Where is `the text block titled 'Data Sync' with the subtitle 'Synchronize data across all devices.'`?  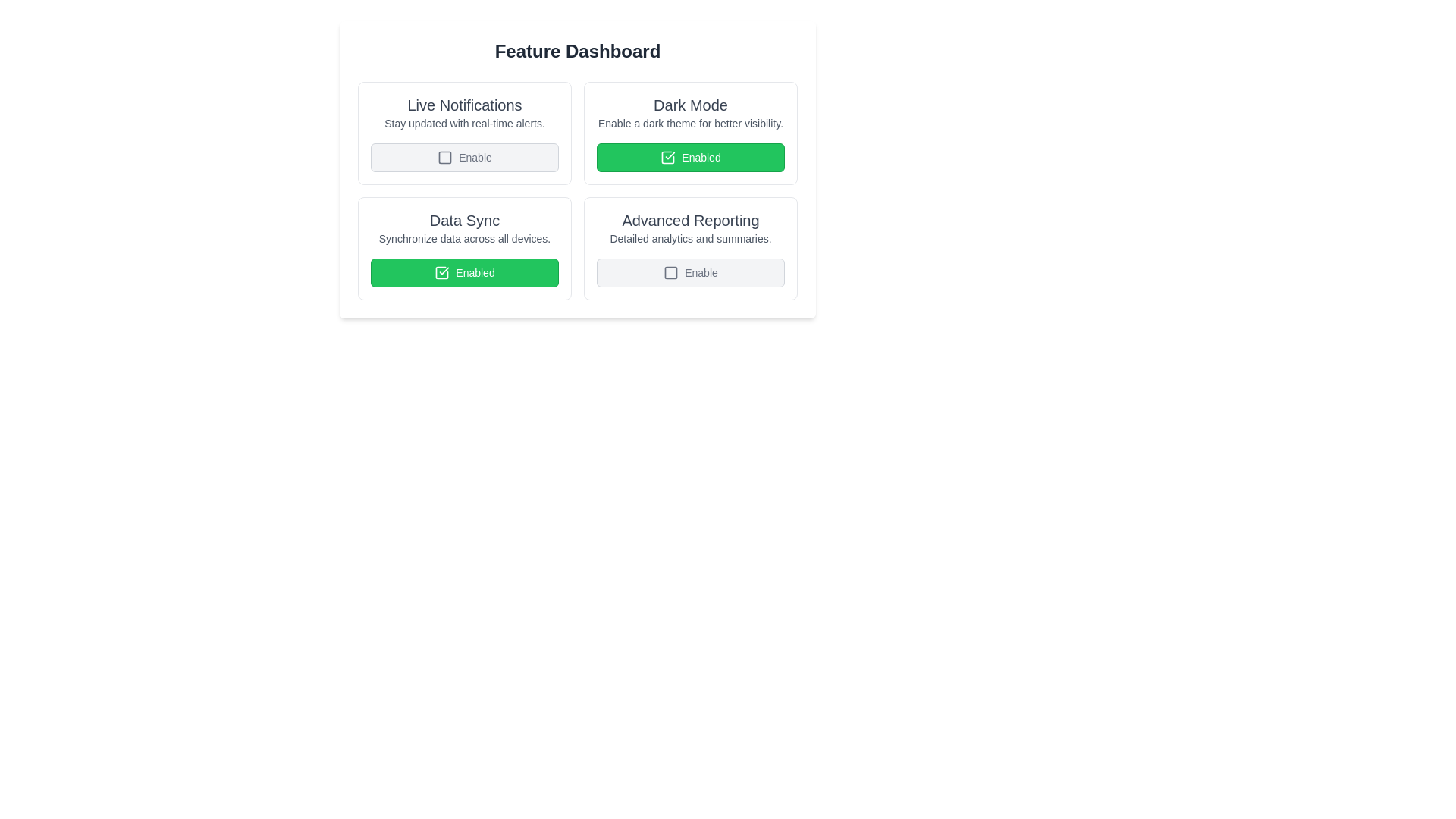 the text block titled 'Data Sync' with the subtitle 'Synchronize data across all devices.' is located at coordinates (464, 227).